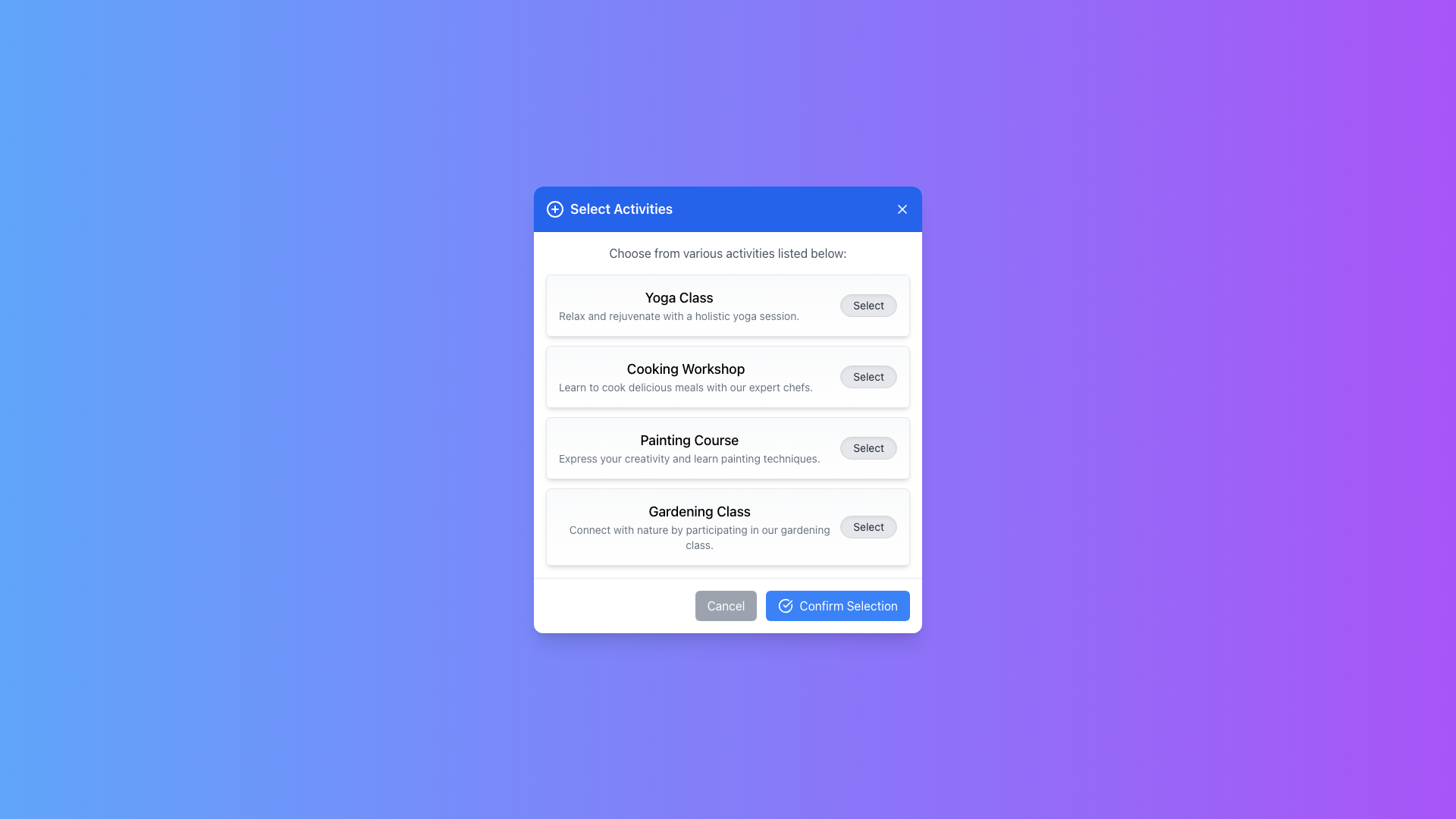 Image resolution: width=1456 pixels, height=819 pixels. Describe the element at coordinates (728, 208) in the screenshot. I see `the title bar of the modal dialog labeled 'Select Activities'` at that location.